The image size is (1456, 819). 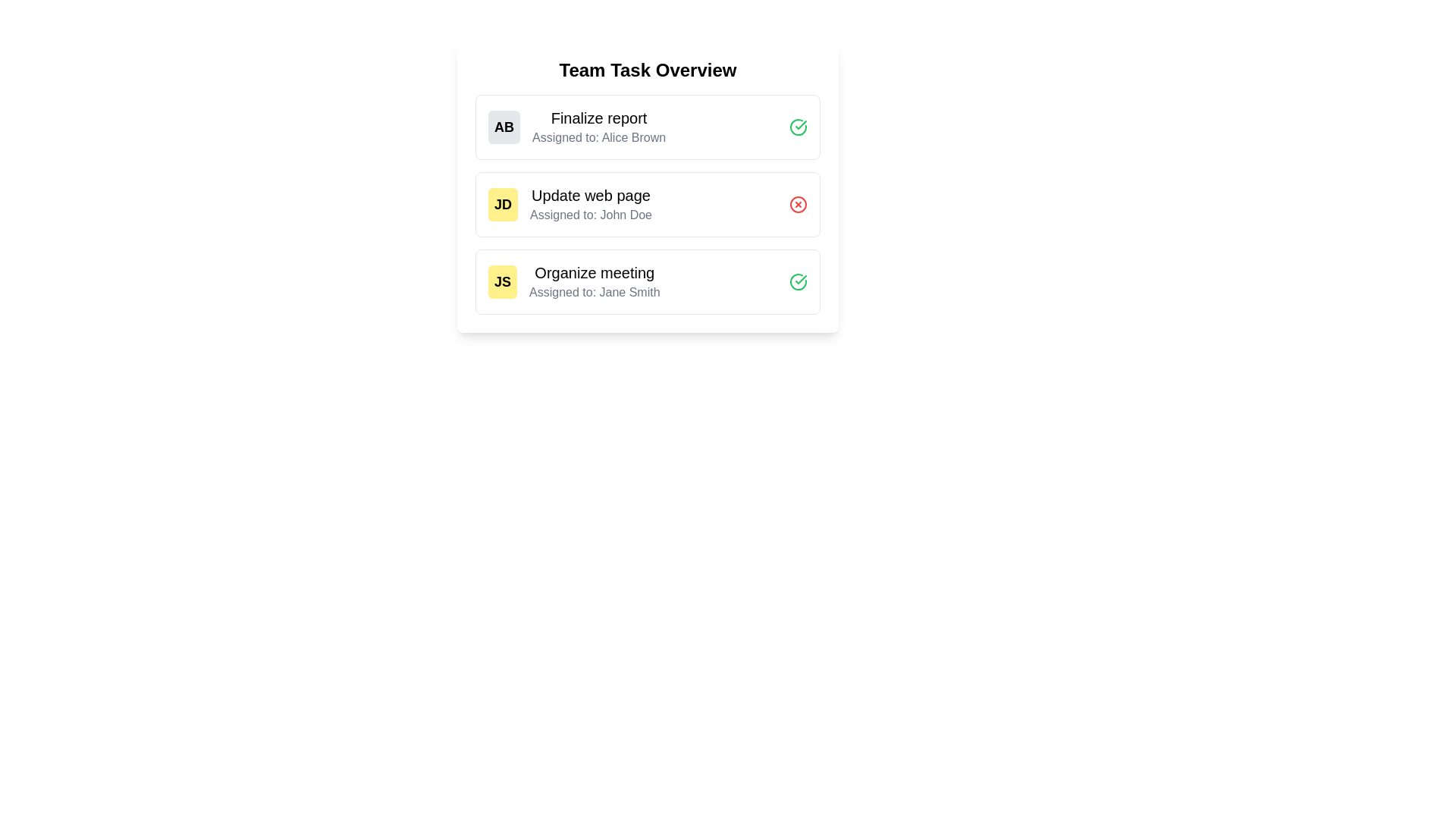 I want to click on the text label displaying 'Finalize report', which is part of the 'Team Task Overview' section and positioned to the right of the 'AB' icon, so click(x=598, y=117).